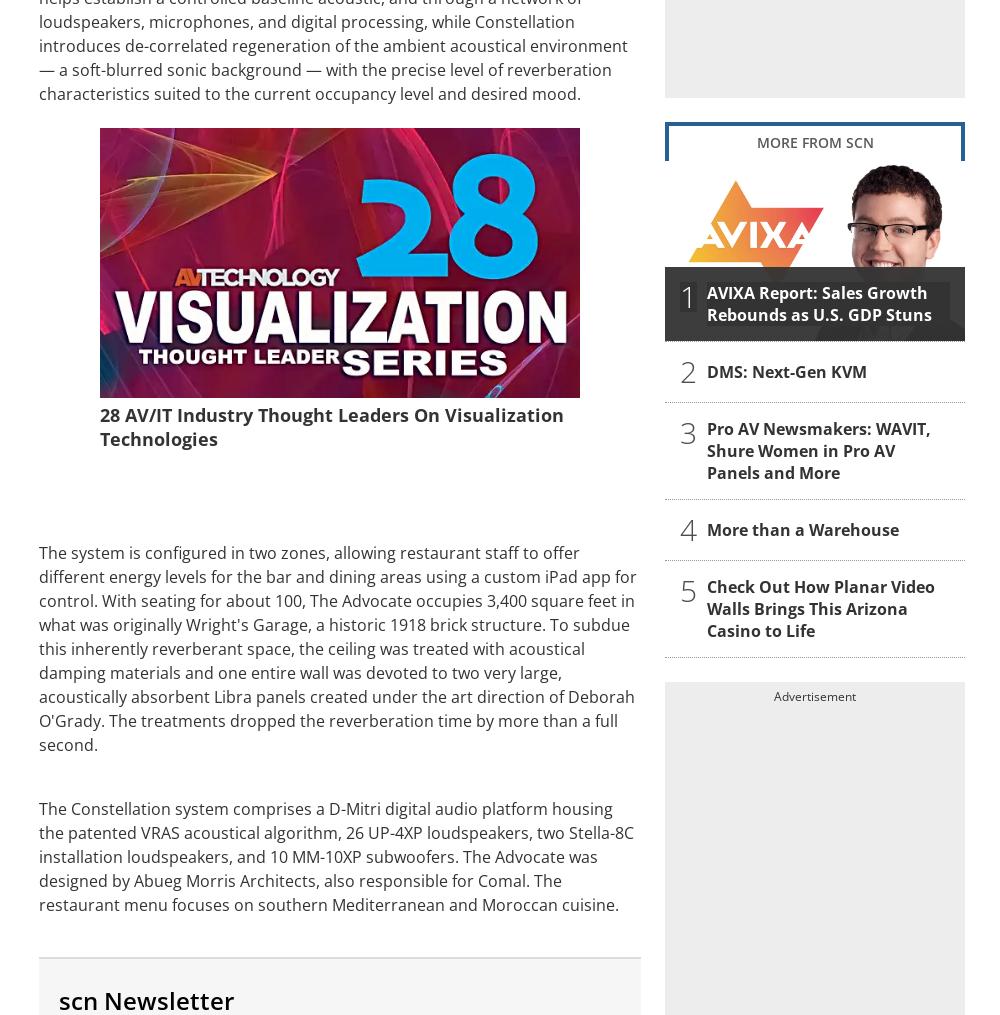 Image resolution: width=1000 pixels, height=1015 pixels. What do you see at coordinates (688, 370) in the screenshot?
I see `'2'` at bounding box center [688, 370].